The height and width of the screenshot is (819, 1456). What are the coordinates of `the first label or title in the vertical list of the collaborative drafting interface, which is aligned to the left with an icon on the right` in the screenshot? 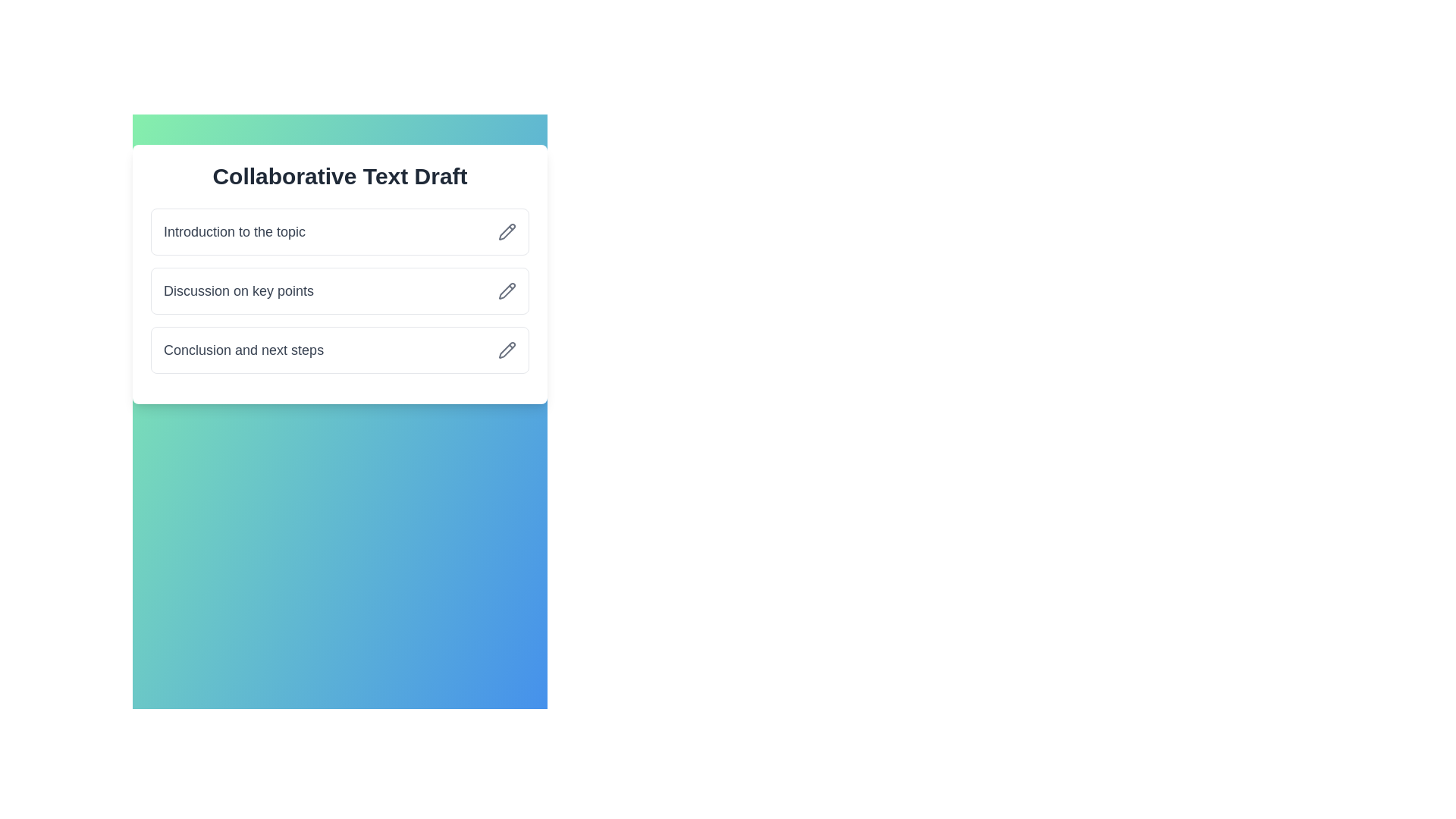 It's located at (234, 231).